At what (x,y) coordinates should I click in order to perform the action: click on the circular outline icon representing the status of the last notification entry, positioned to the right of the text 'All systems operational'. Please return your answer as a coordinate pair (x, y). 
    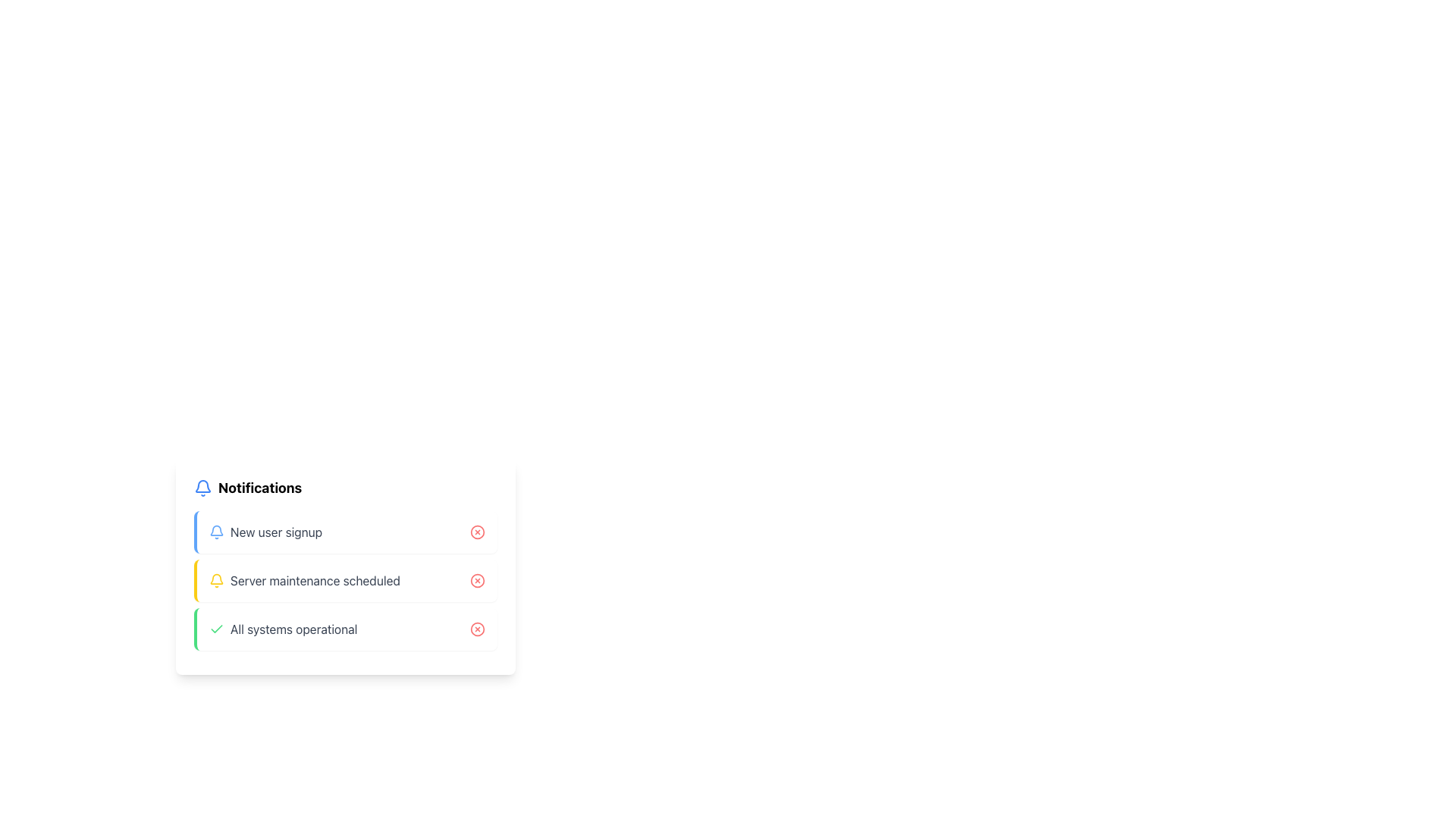
    Looking at the image, I should click on (476, 629).